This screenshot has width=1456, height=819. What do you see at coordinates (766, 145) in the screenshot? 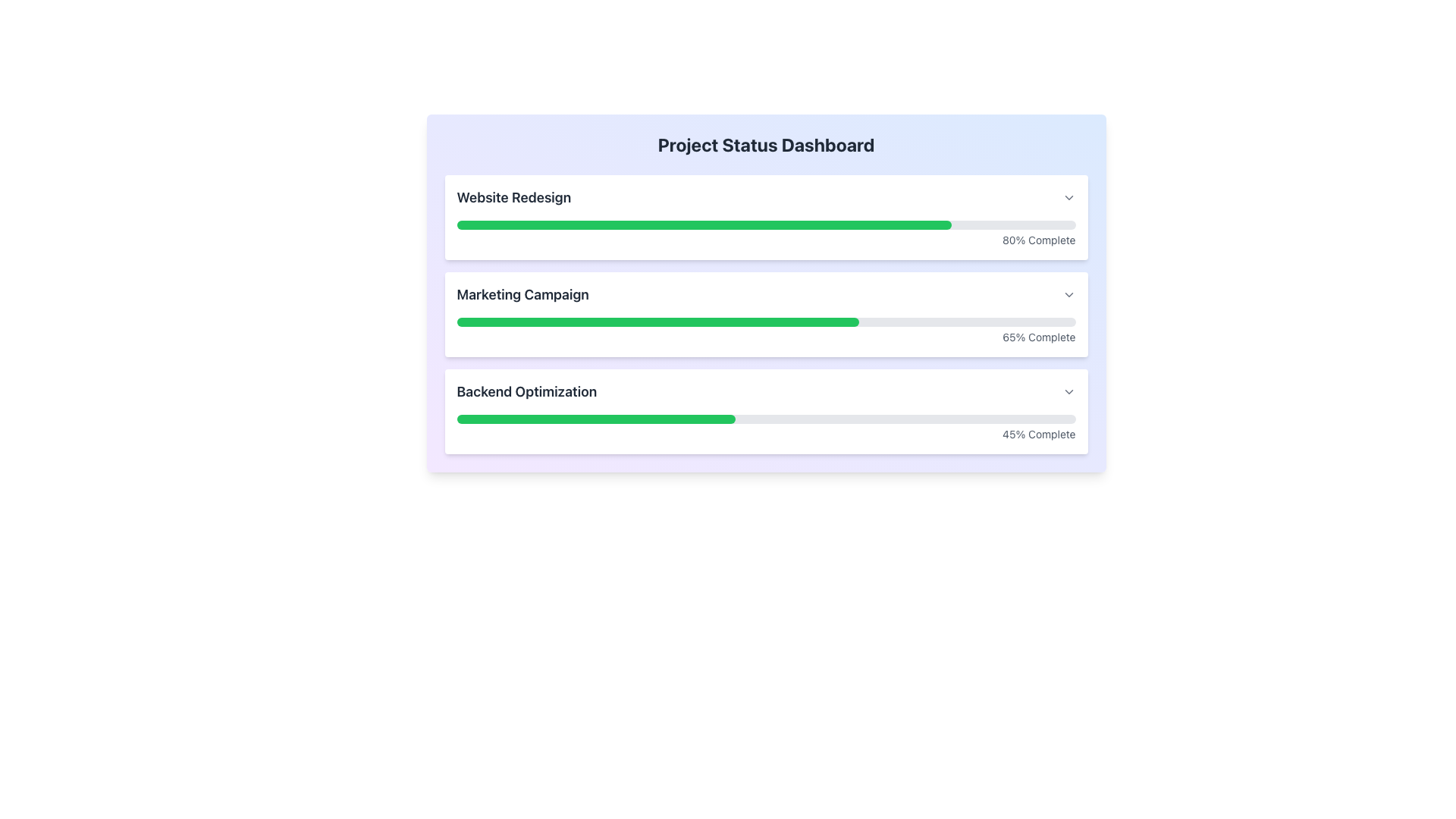
I see `the header title text label at the top center of the dashboard interface` at bounding box center [766, 145].